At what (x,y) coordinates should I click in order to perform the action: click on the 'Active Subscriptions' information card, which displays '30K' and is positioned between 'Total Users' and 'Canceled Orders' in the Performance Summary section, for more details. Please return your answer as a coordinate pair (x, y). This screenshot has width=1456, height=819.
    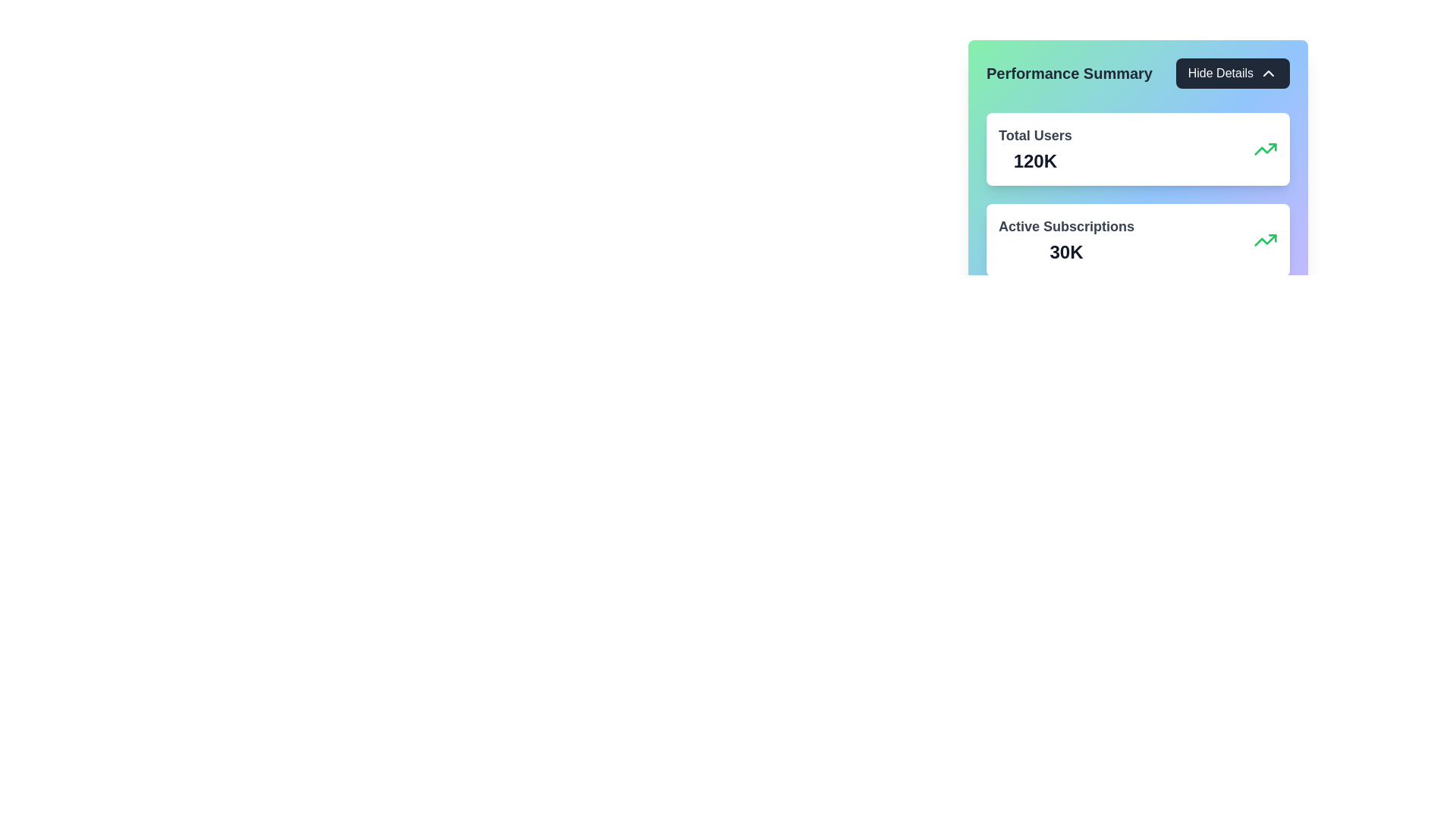
    Looking at the image, I should click on (1138, 239).